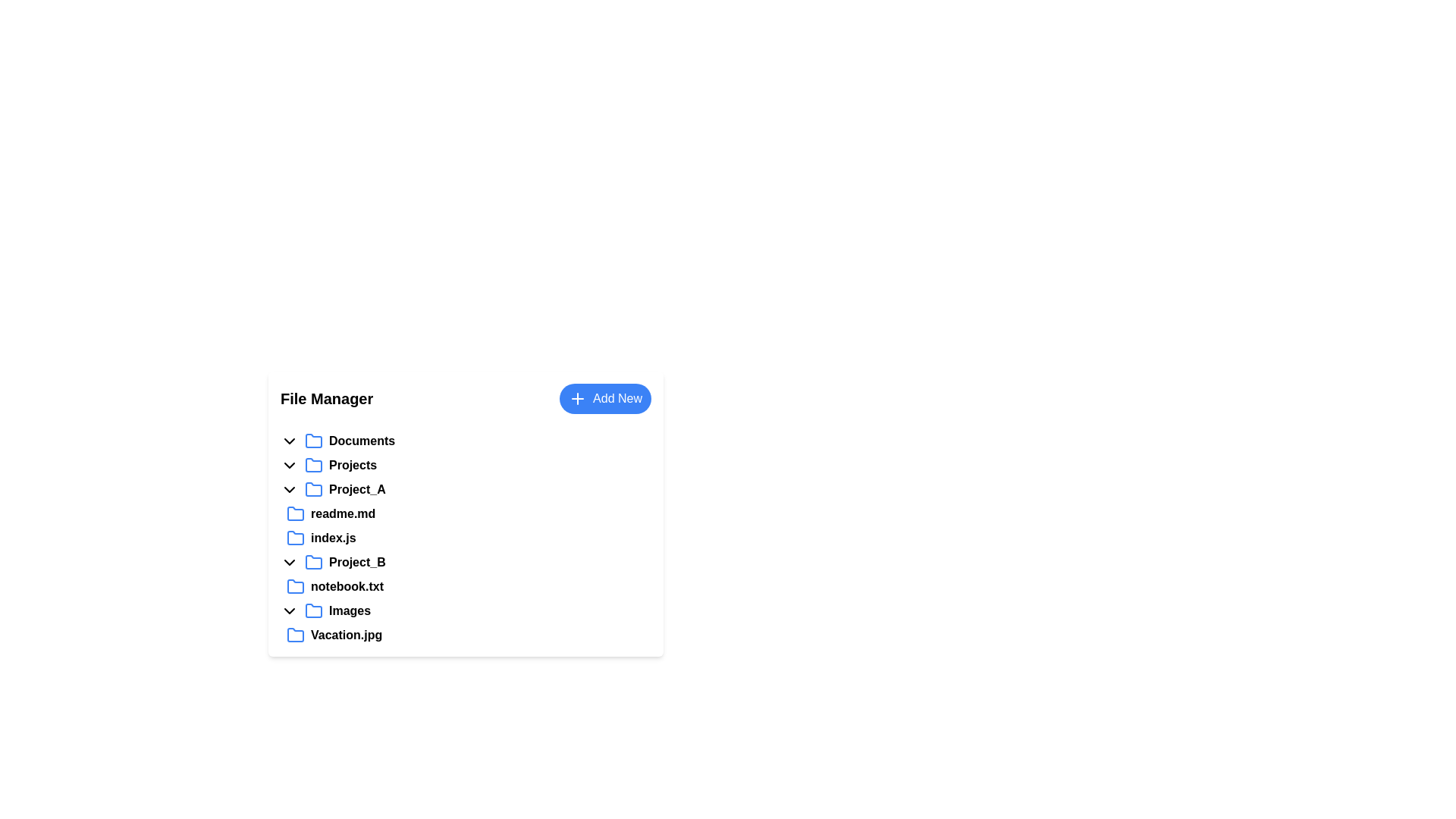 The image size is (1456, 819). I want to click on the folder-style icon representing the 'Project_A' directory, so click(312, 488).